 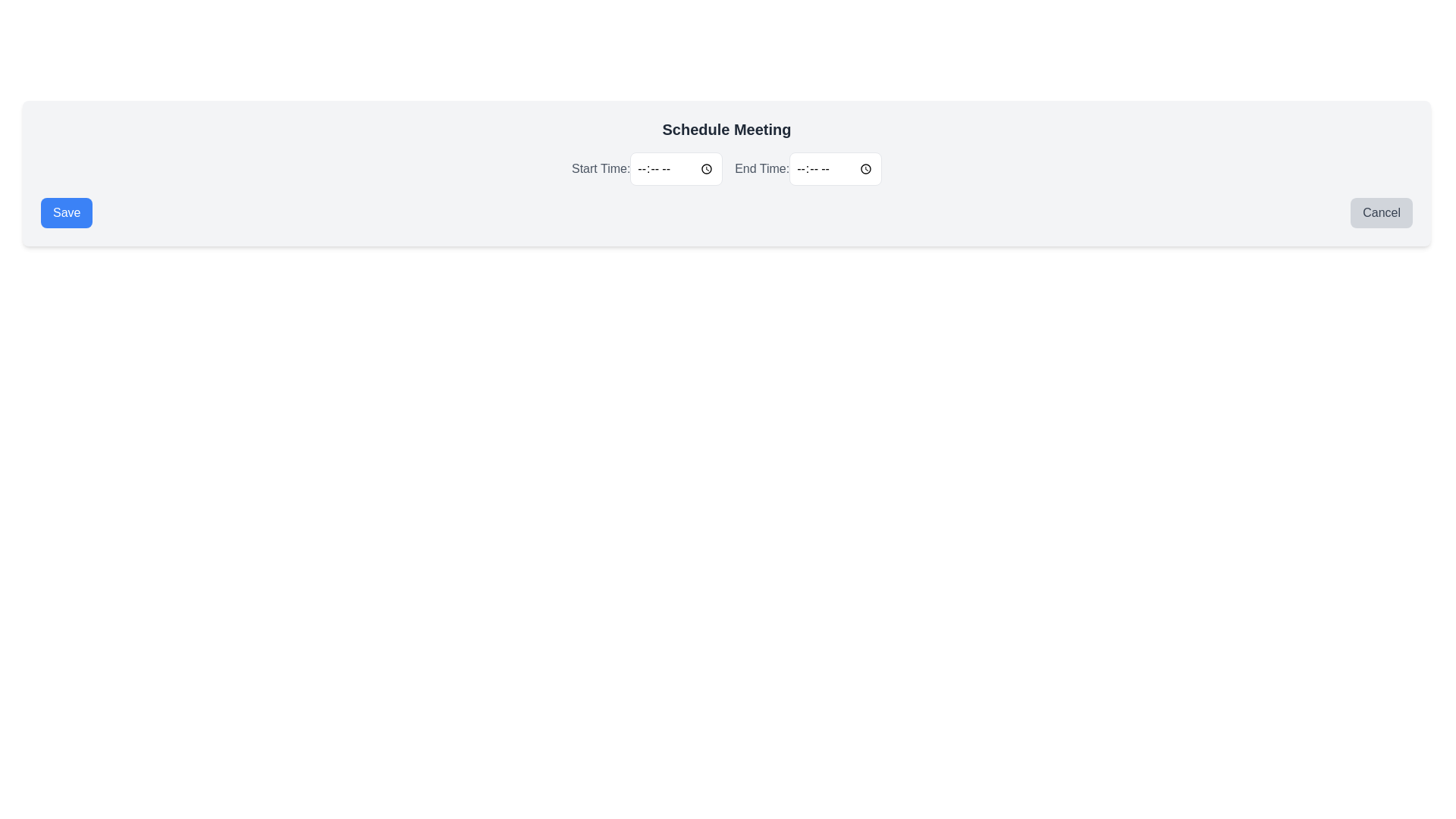 I want to click on the label indicating the starting time, which is positioned to the left of the 'End Time:' input element, so click(x=600, y=168).